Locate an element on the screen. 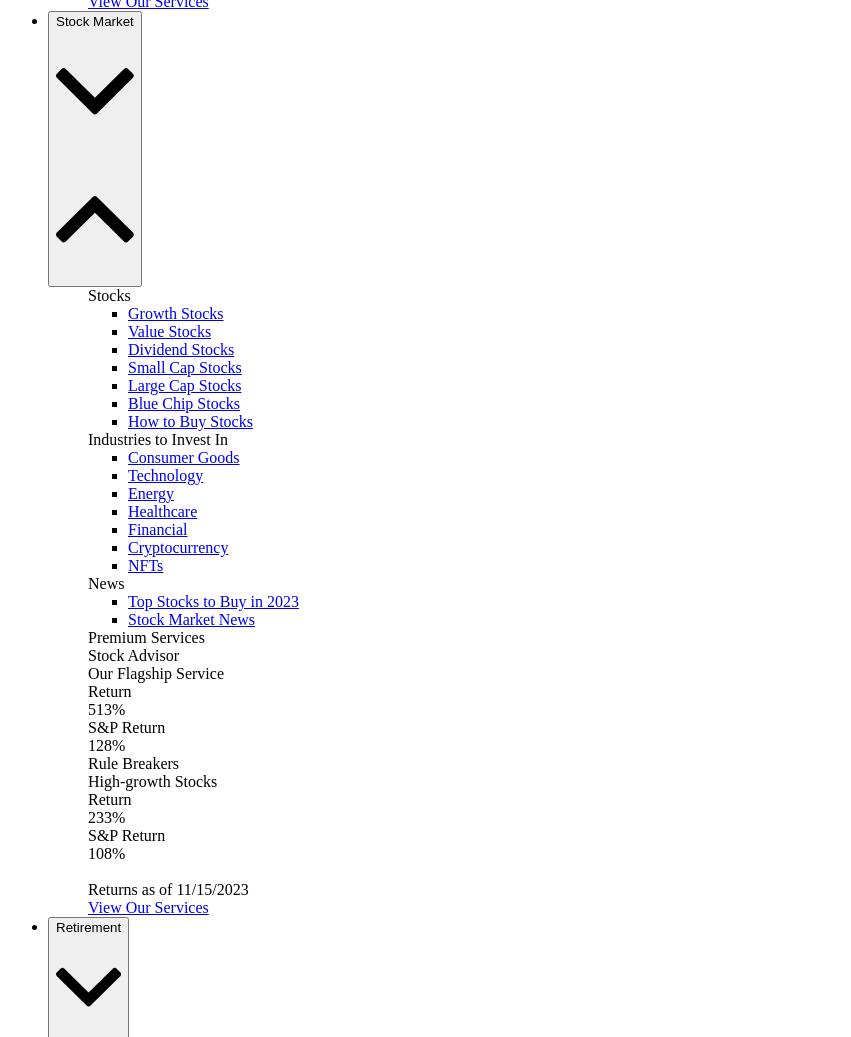  'Returns as of 11/15/2023' is located at coordinates (86, 889).